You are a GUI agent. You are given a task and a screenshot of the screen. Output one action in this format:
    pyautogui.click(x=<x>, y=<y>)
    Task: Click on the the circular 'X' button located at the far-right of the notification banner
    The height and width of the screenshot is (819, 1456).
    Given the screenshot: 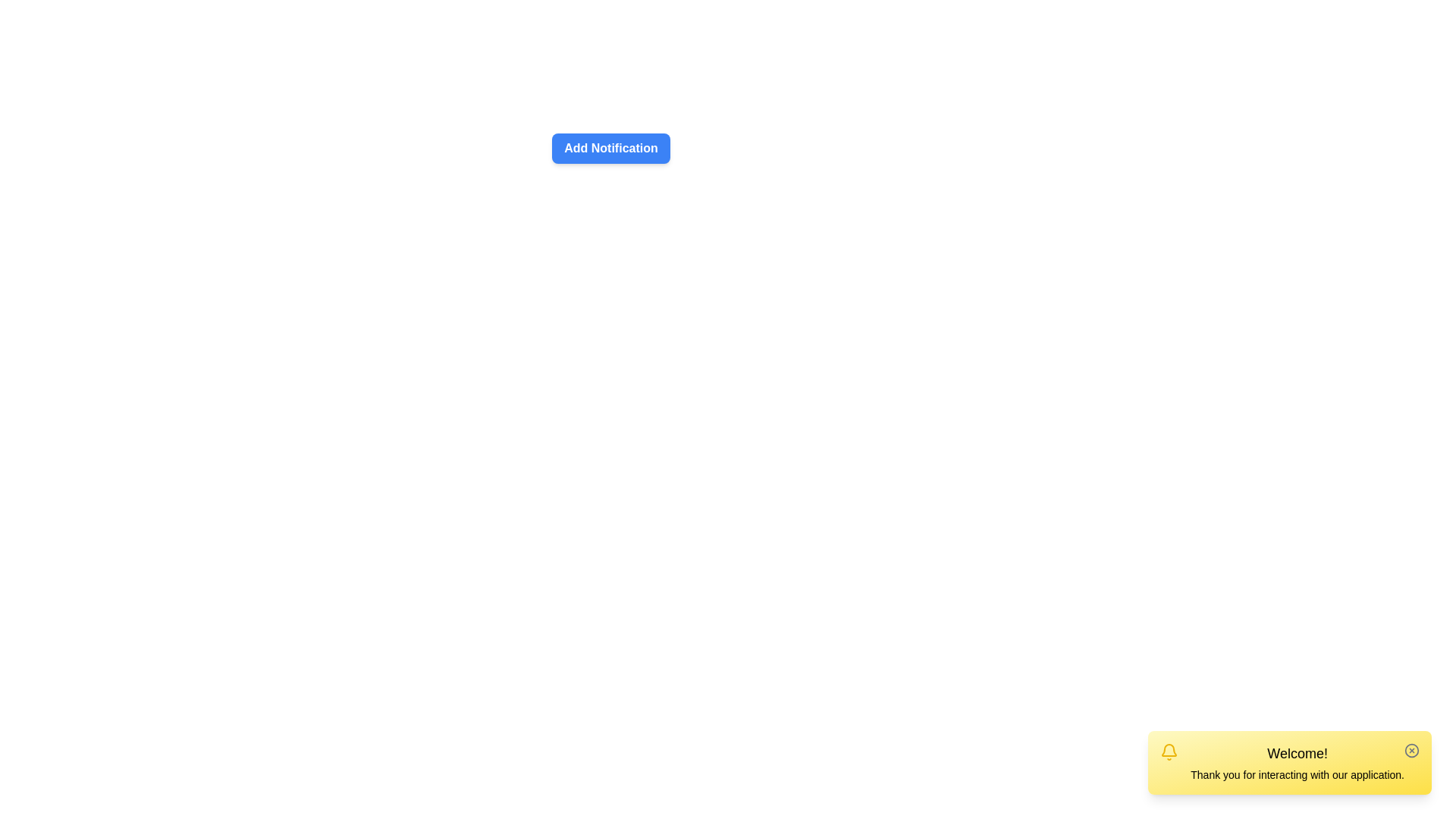 What is the action you would take?
    pyautogui.click(x=1411, y=751)
    